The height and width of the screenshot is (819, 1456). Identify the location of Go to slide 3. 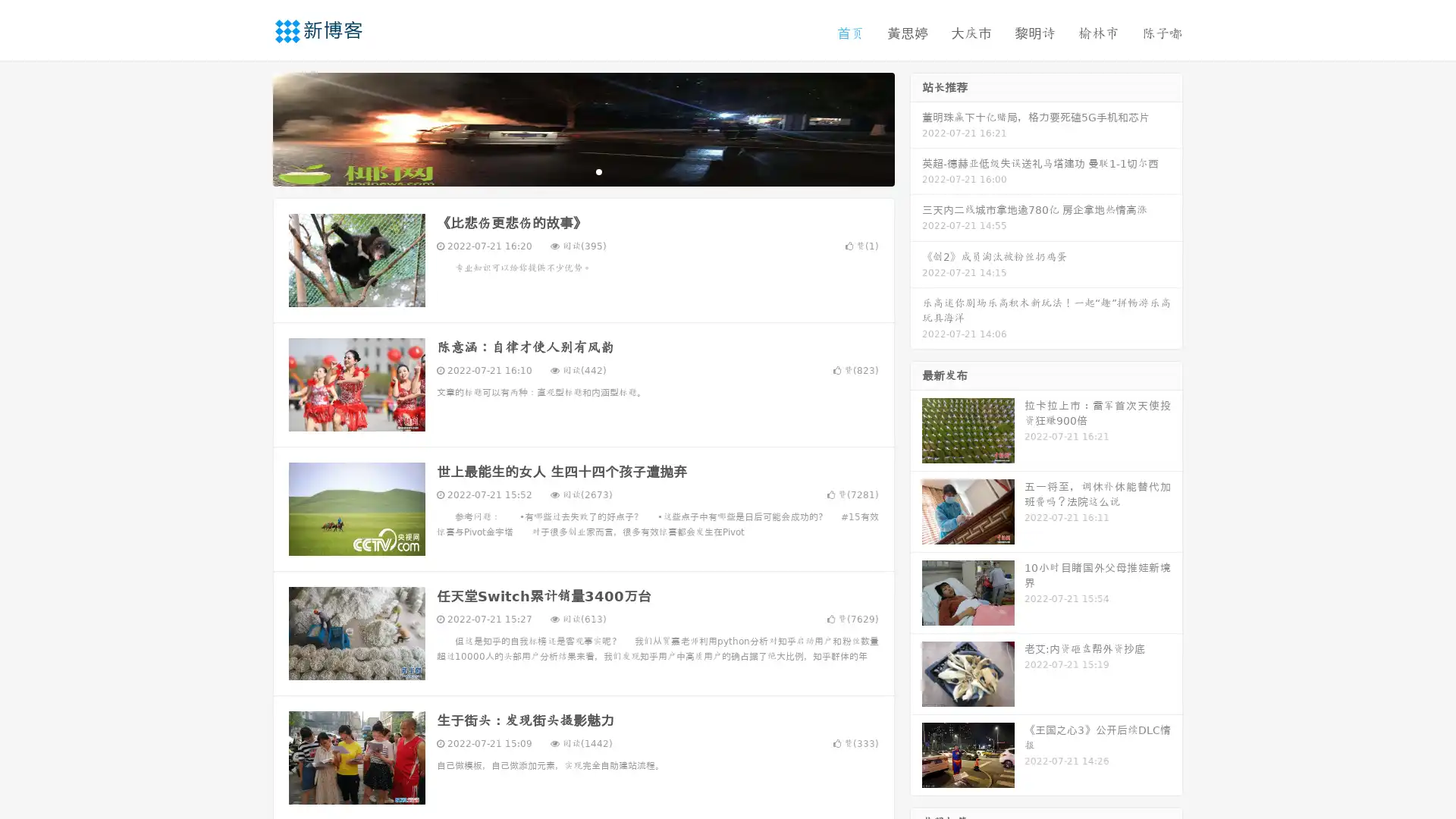
(598, 171).